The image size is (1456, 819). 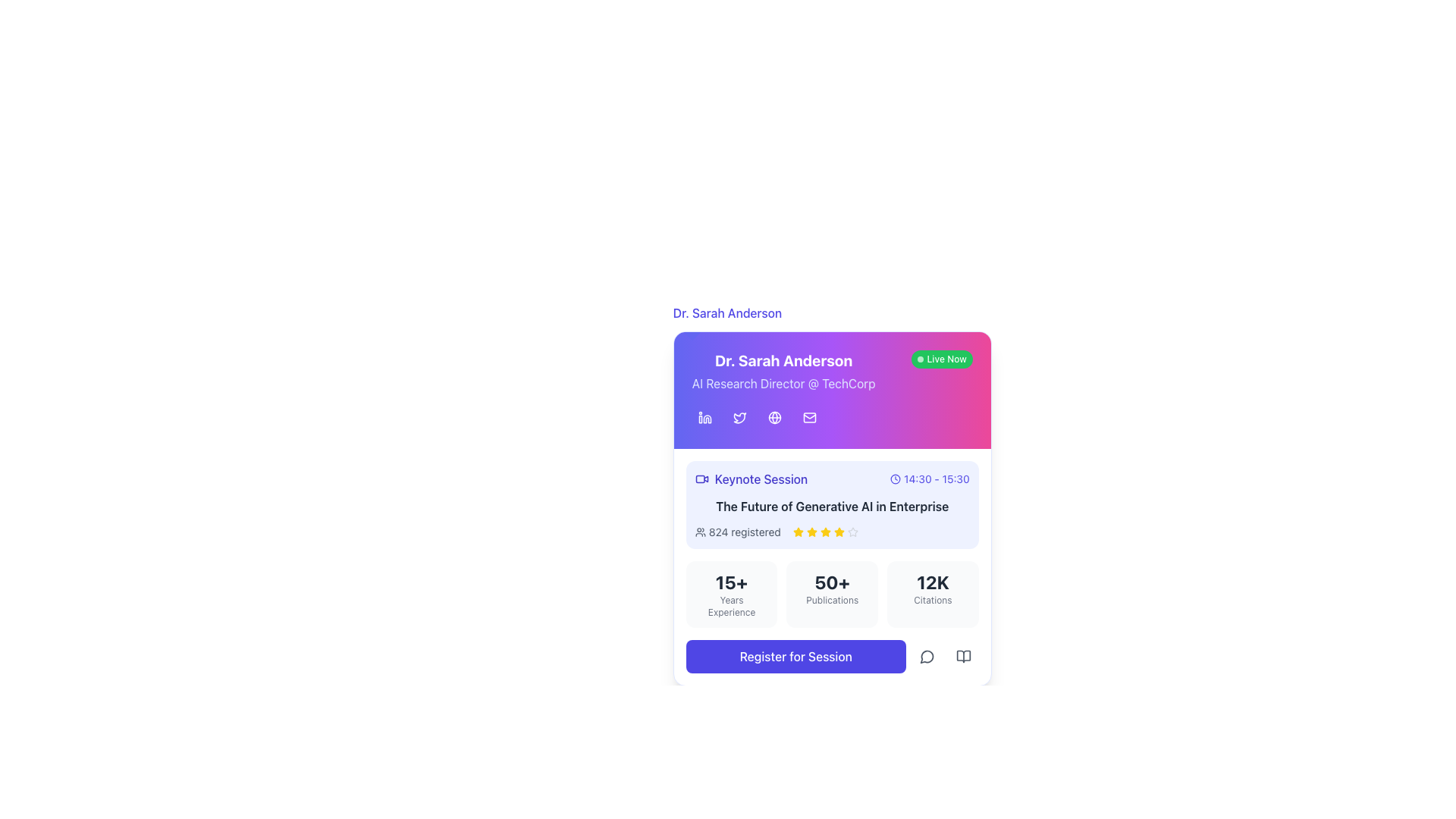 What do you see at coordinates (831, 599) in the screenshot?
I see `the 'Publications' label, which is a small-sized gray text located beneath the '50+' text within a light gray background` at bounding box center [831, 599].